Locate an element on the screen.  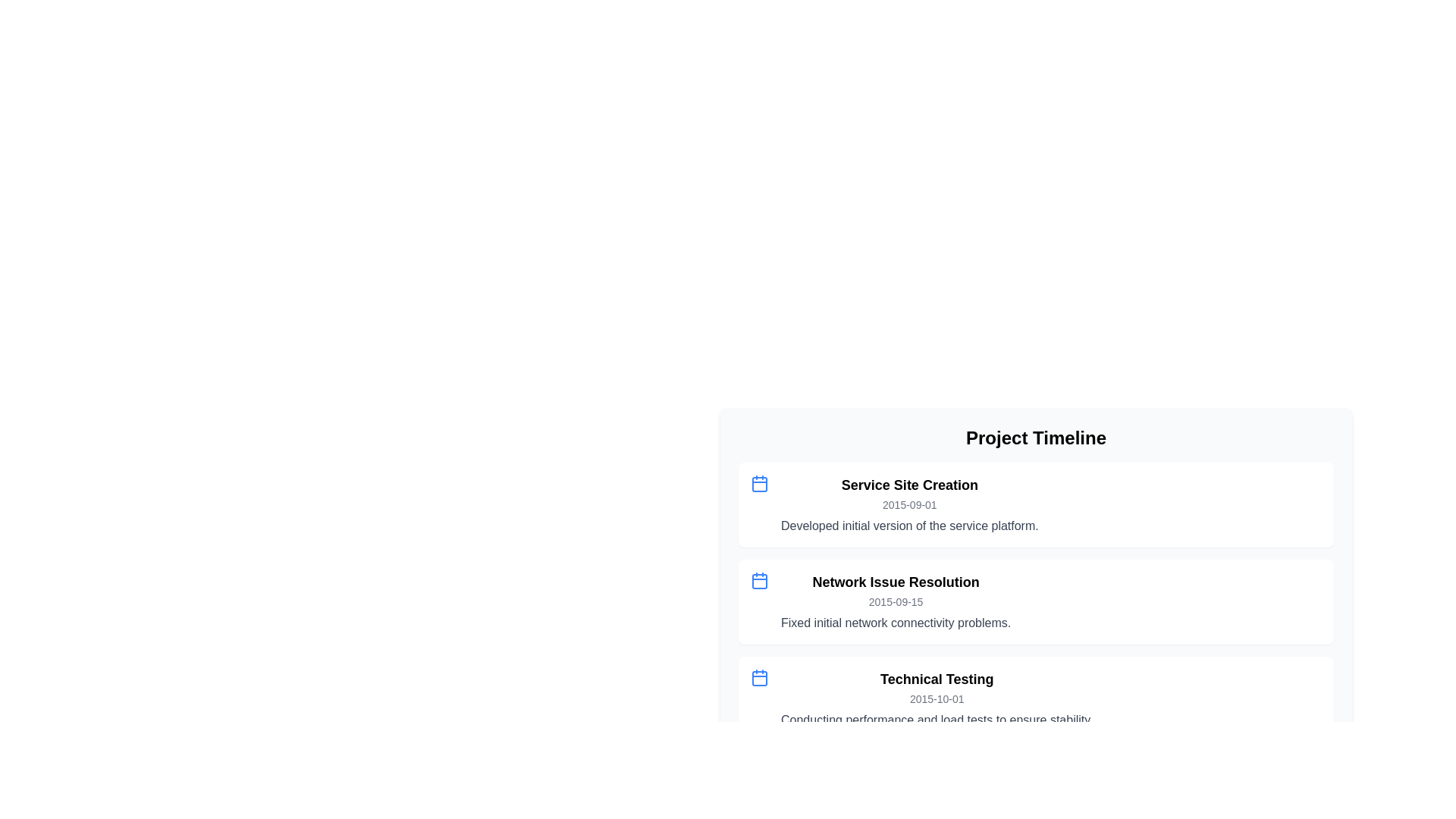
the text label displaying the date '2015-09-01', which is positioned below the title 'Service Site Creation' and above the descriptive text 'Developed initial version of the service platform.' is located at coordinates (909, 505).